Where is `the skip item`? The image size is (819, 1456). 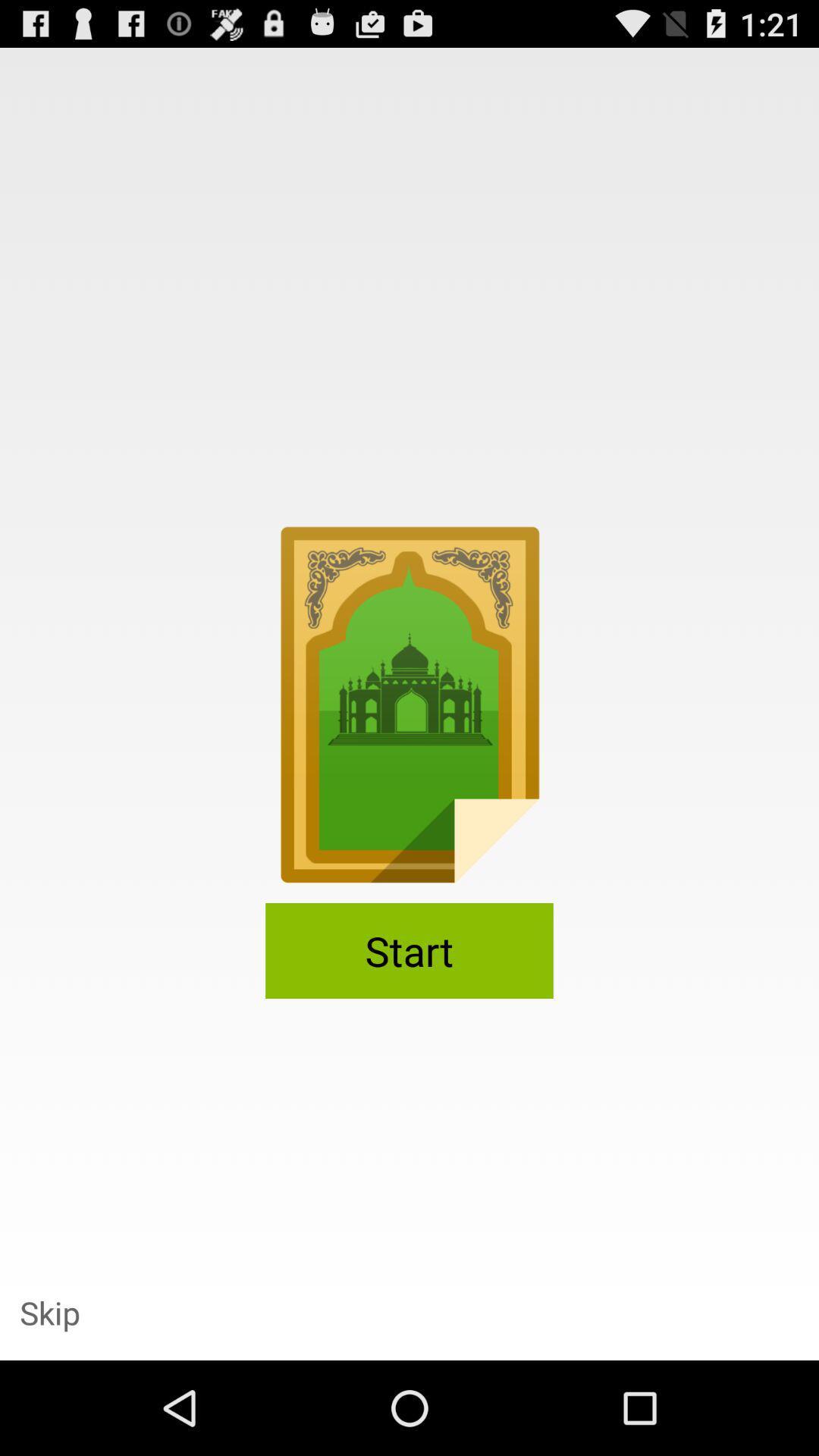
the skip item is located at coordinates (49, 1312).